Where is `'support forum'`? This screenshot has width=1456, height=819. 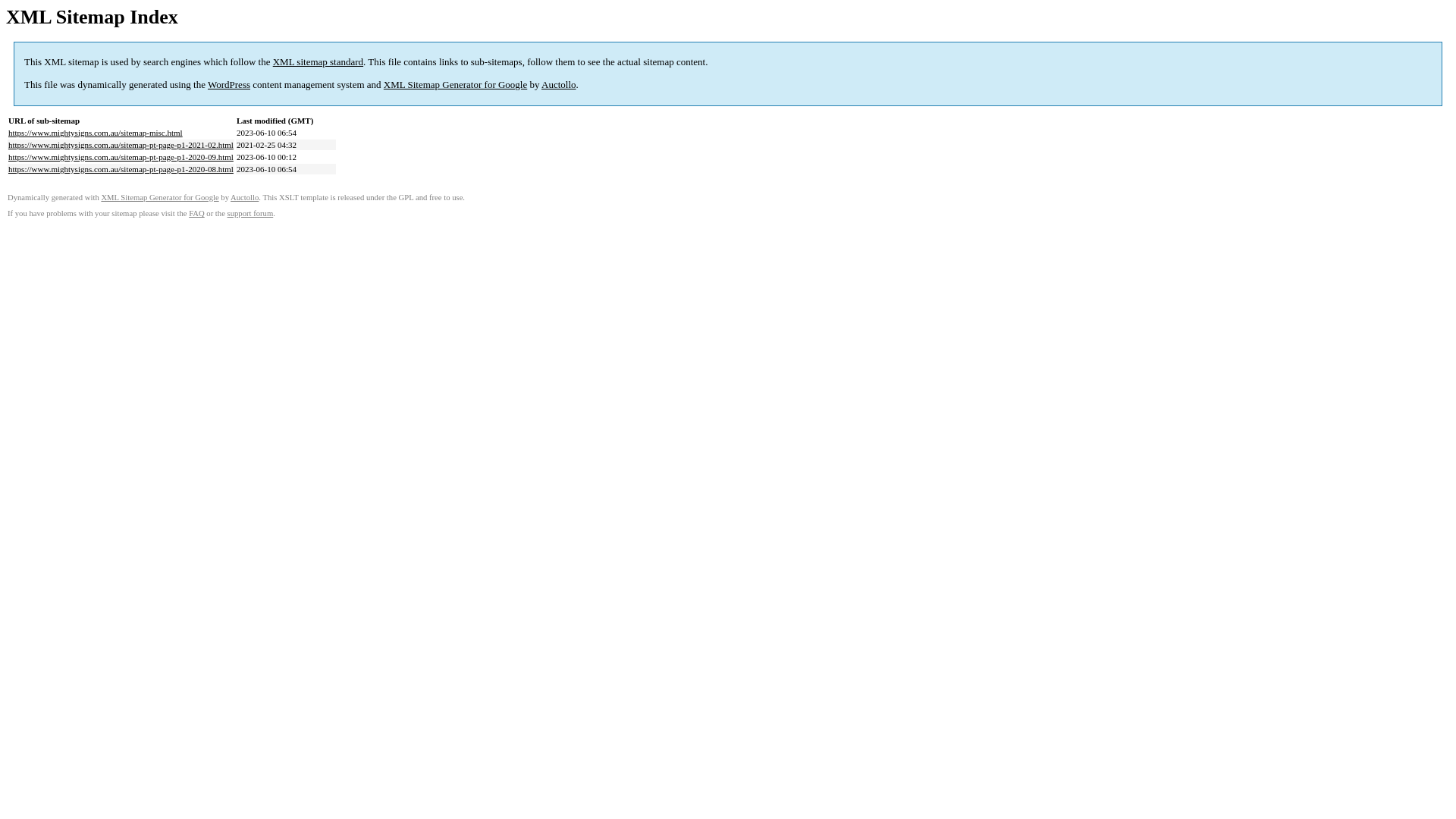 'support forum' is located at coordinates (250, 213).